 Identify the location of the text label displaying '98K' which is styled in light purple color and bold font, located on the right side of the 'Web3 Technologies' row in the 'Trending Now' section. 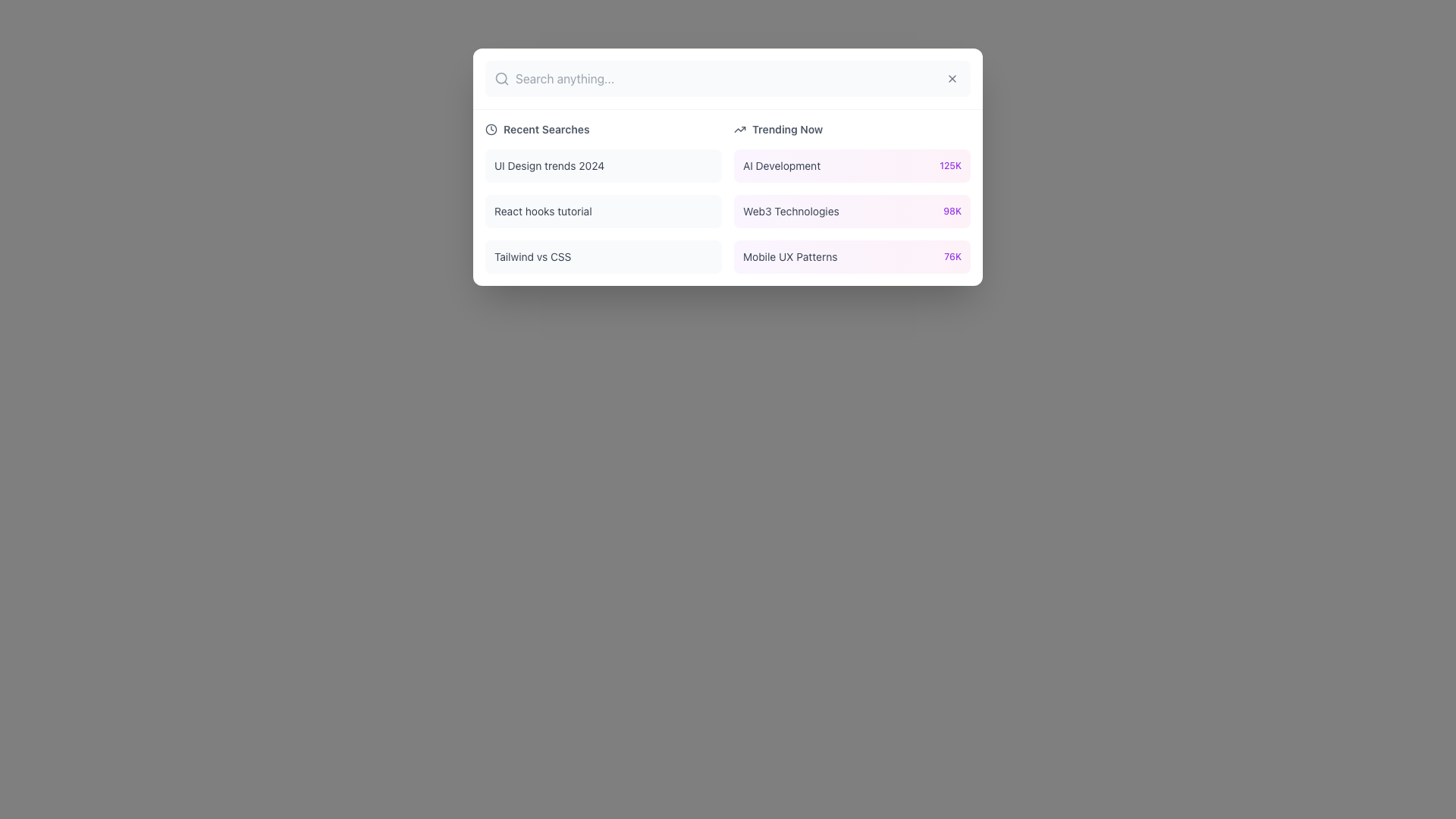
(952, 211).